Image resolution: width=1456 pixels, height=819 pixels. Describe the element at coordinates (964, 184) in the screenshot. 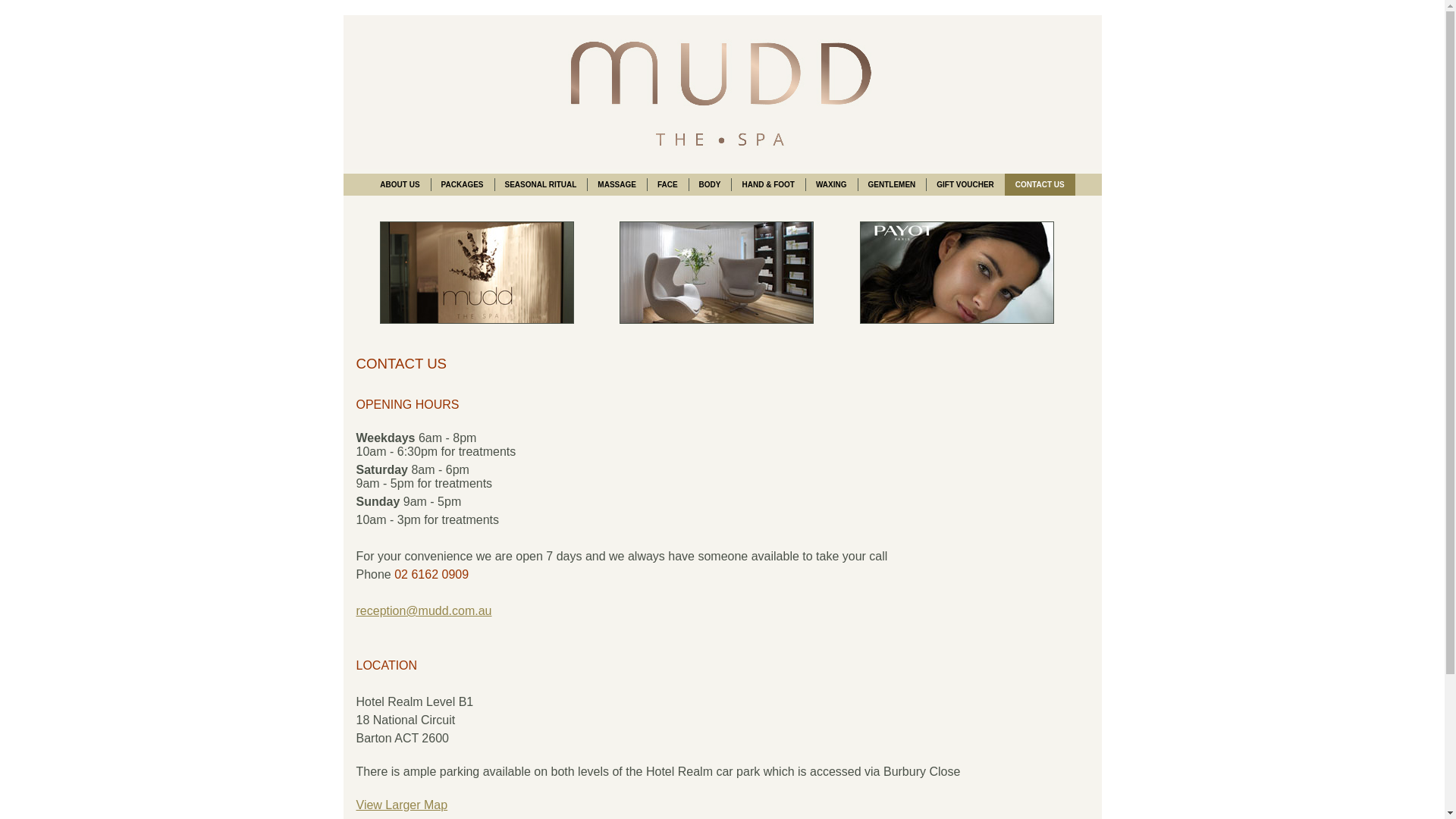

I see `'GIFT VOUCHER'` at that location.